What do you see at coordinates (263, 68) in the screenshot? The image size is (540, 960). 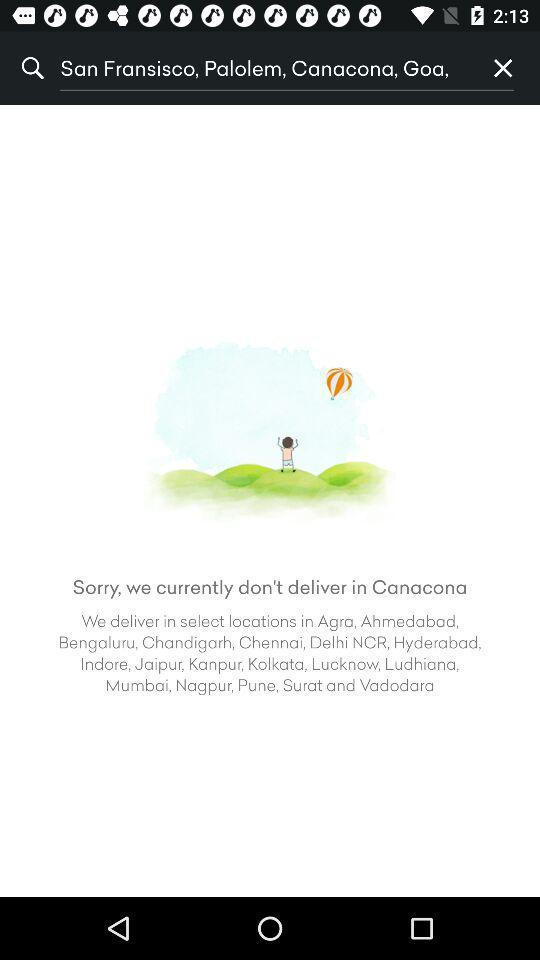 I see `the icon to the left of p icon` at bounding box center [263, 68].